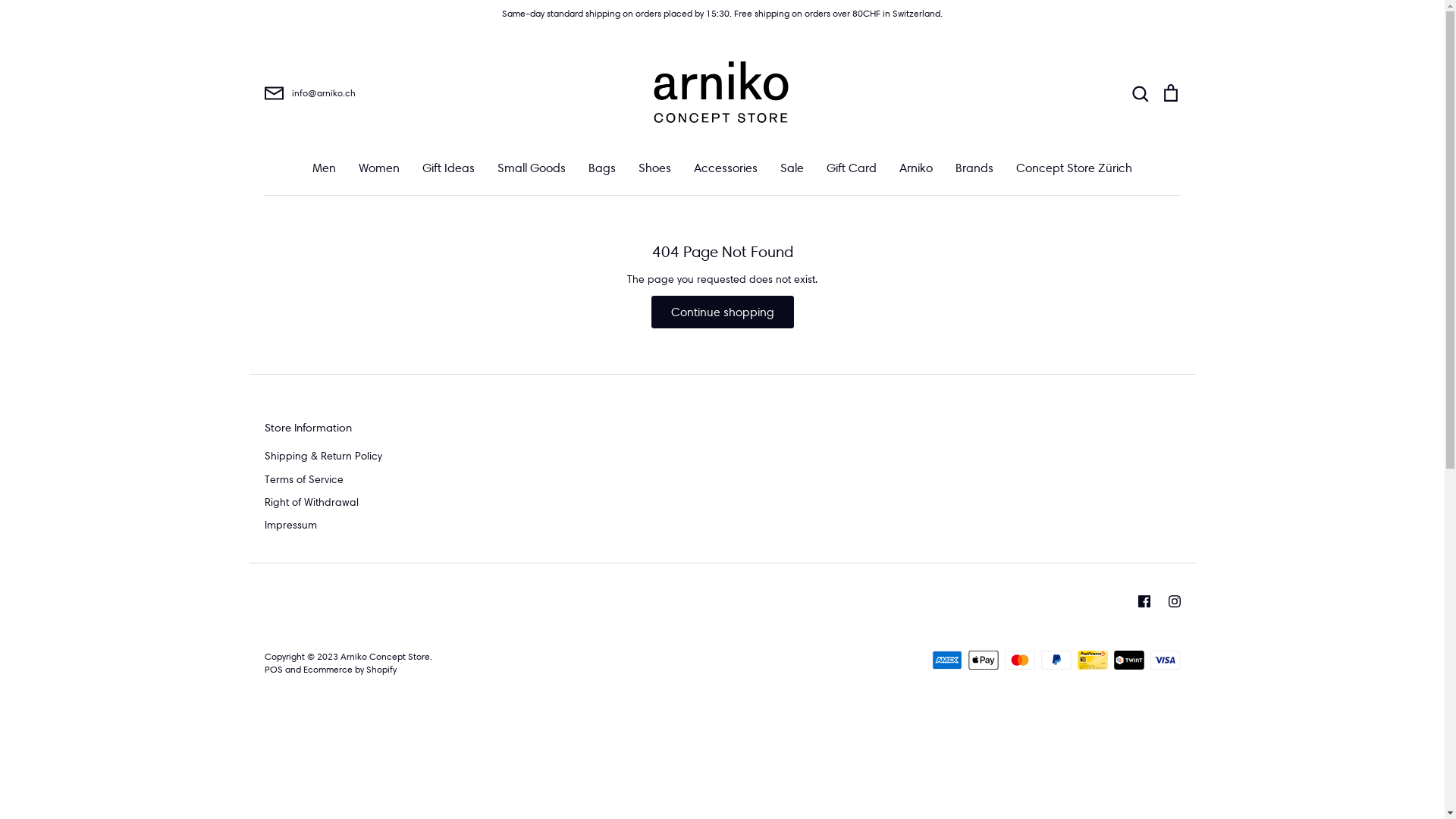 The height and width of the screenshot is (819, 1456). What do you see at coordinates (263, 455) in the screenshot?
I see `'Shipping & Return Policy'` at bounding box center [263, 455].